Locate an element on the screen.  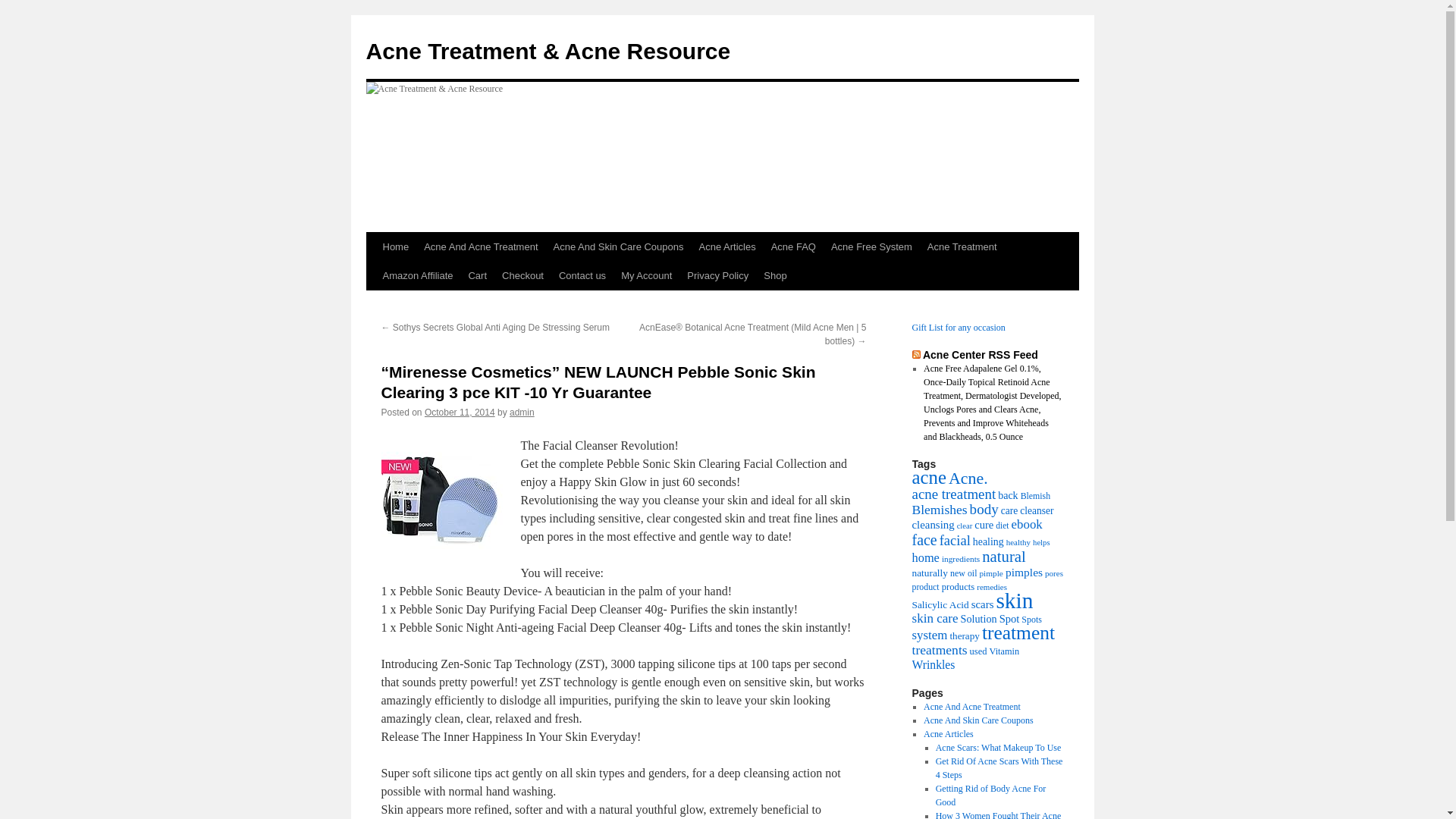
'Spots' is located at coordinates (1031, 620).